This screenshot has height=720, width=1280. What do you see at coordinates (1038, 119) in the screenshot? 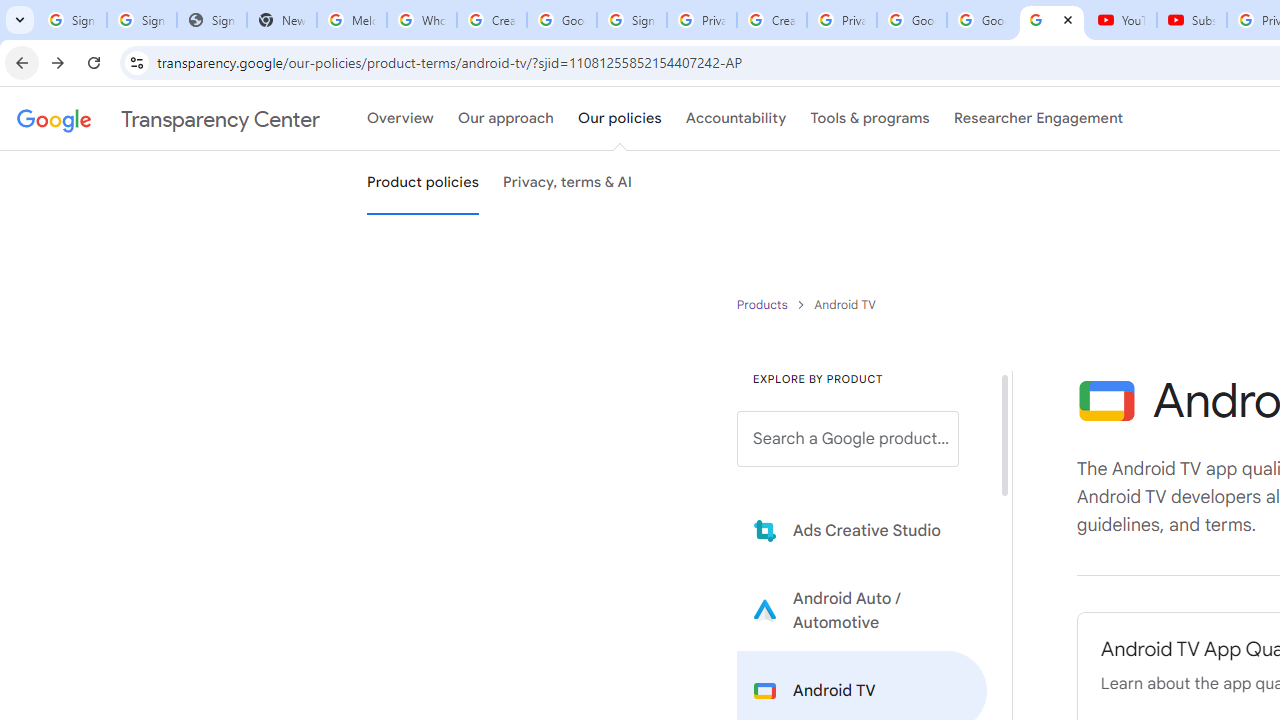
I see `'Researcher Engagement'` at bounding box center [1038, 119].